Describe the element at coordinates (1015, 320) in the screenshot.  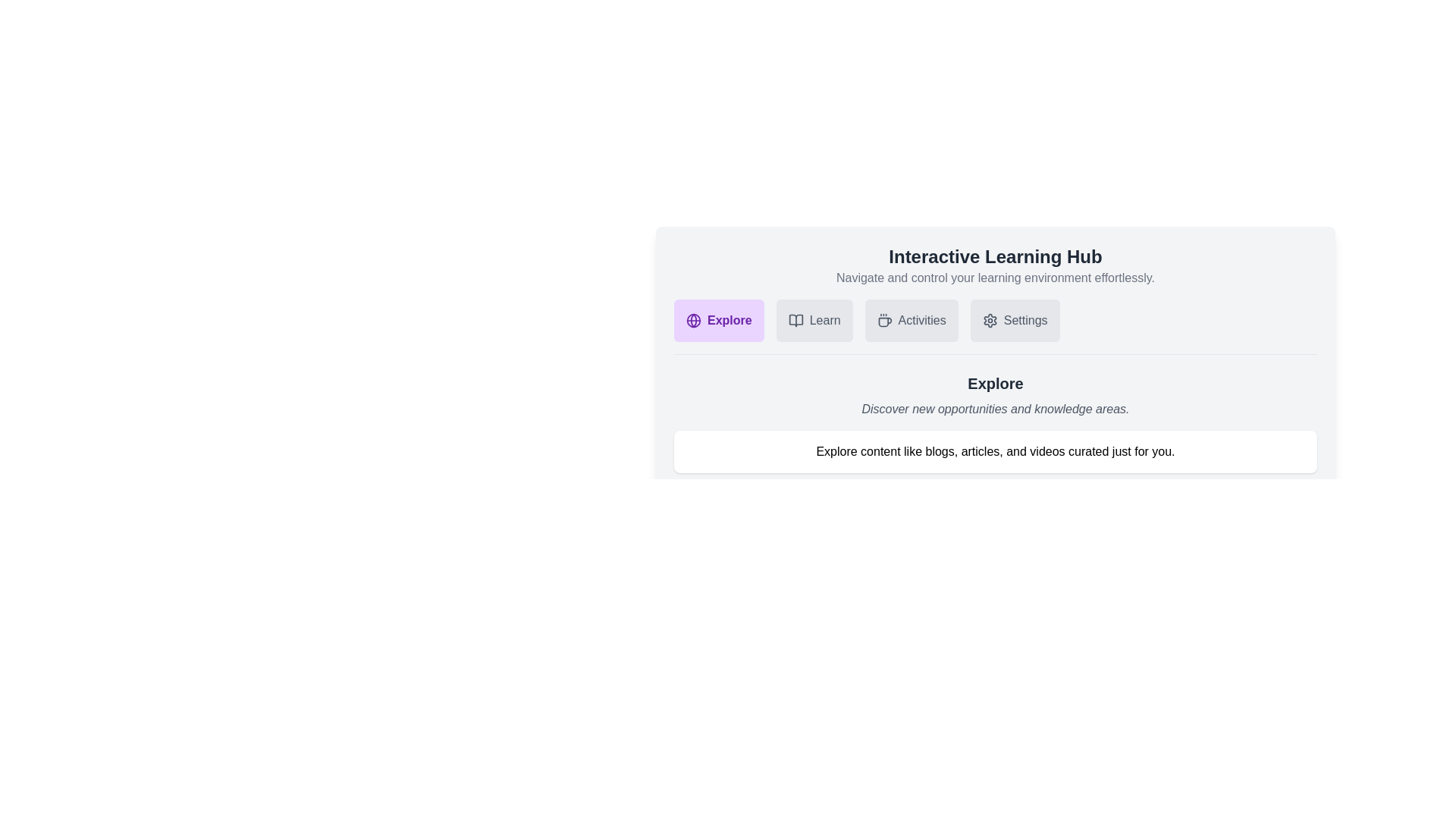
I see `the navigation button located as the fourth button in a horizontal row, positioned to the right of the 'Activities' button` at that location.